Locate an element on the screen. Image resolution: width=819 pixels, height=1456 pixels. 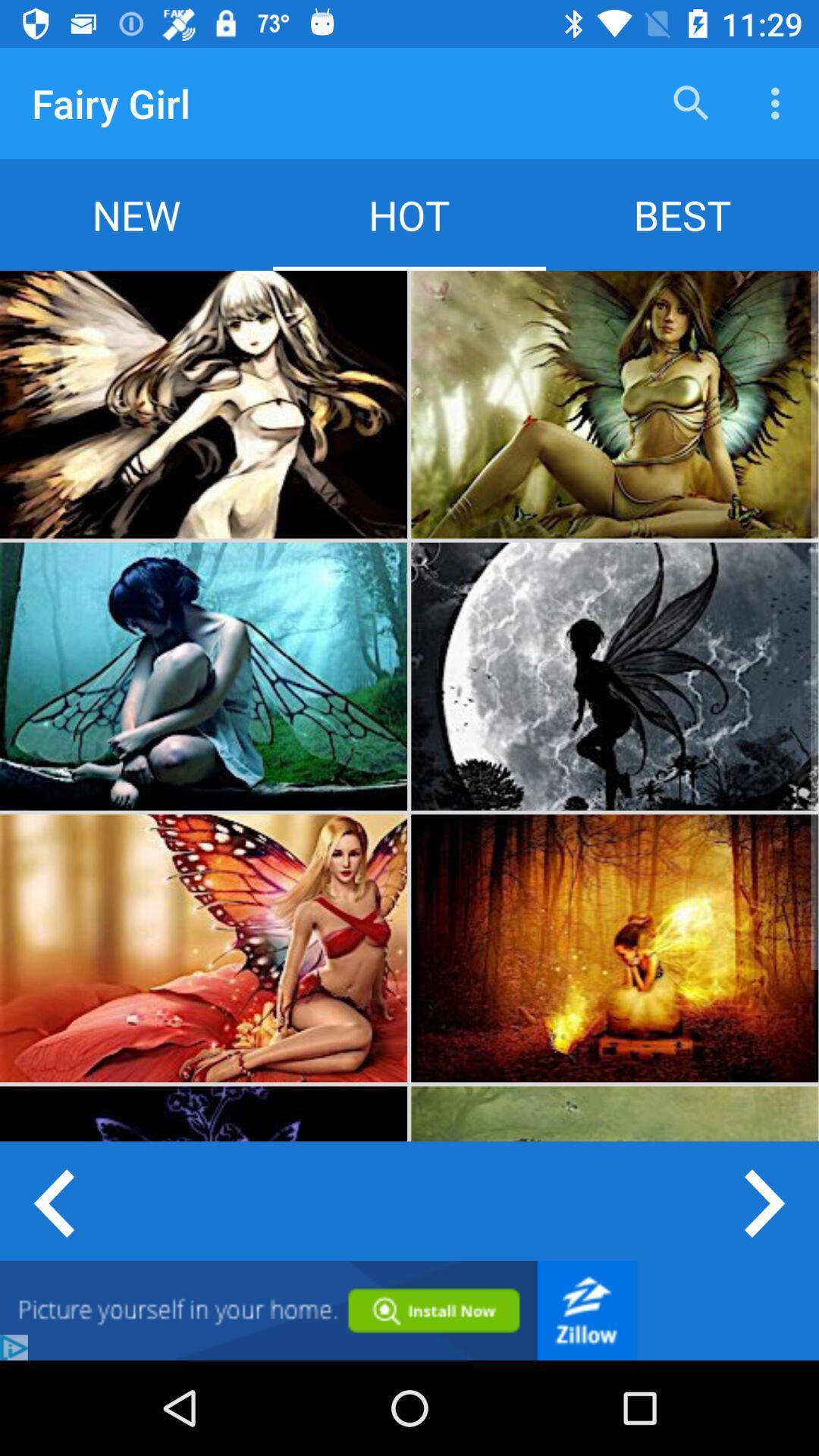
the icon next to the fairy girl is located at coordinates (691, 102).